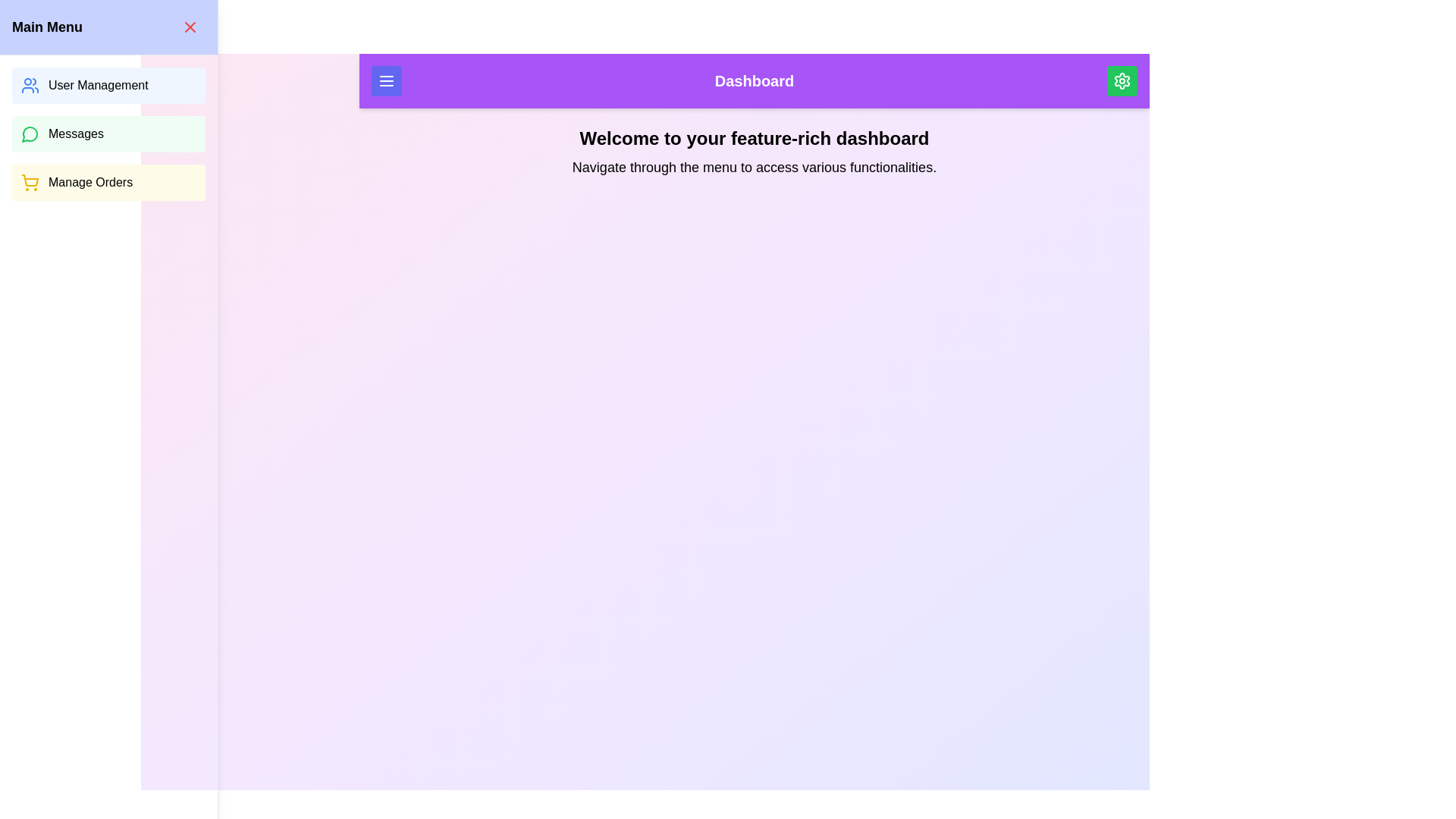  I want to click on the gear-like settings icon located at the top-right corner of the interface, so click(1122, 81).